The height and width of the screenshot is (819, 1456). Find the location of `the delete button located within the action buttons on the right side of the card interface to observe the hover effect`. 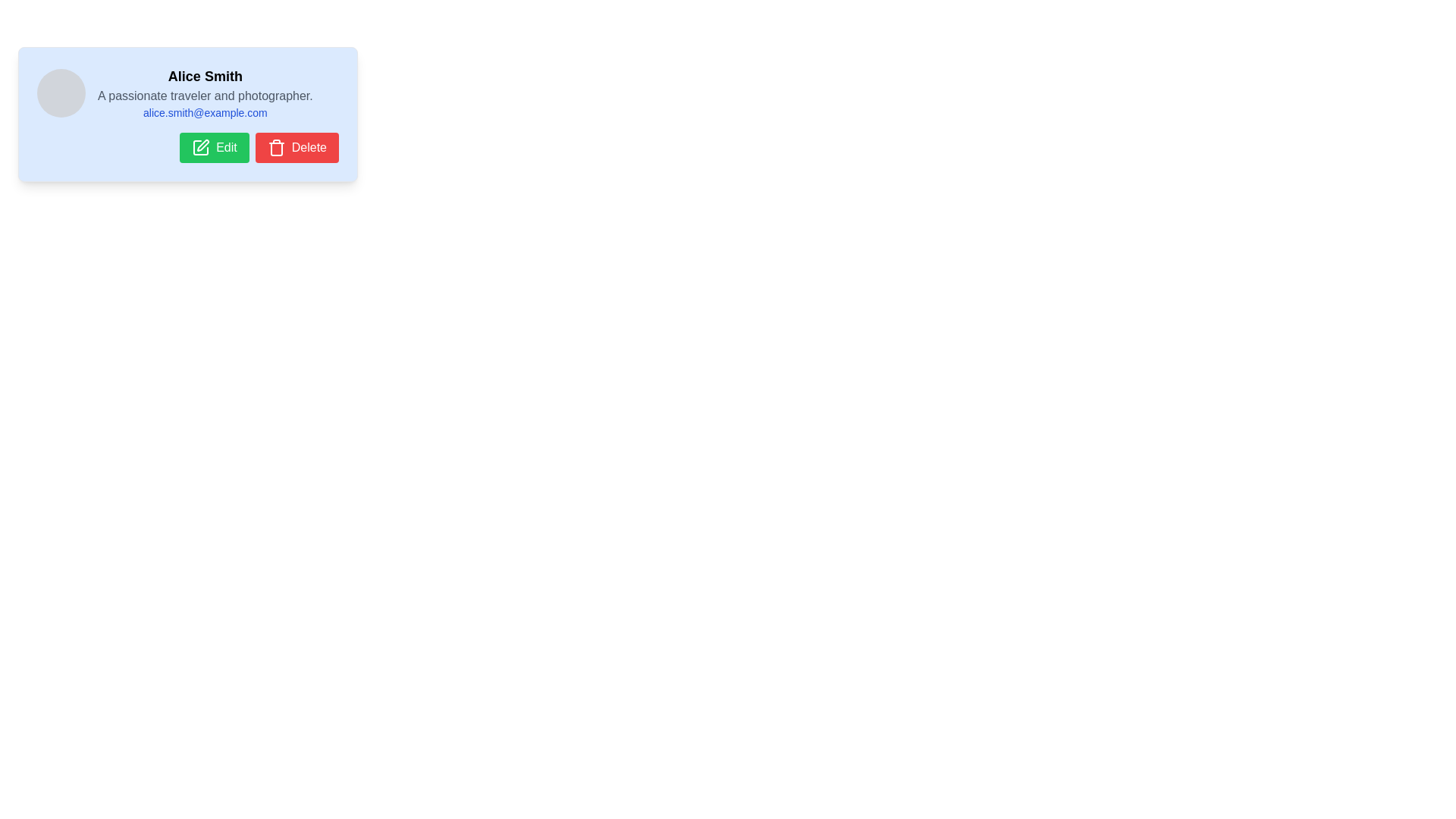

the delete button located within the action buttons on the right side of the card interface to observe the hover effect is located at coordinates (297, 148).